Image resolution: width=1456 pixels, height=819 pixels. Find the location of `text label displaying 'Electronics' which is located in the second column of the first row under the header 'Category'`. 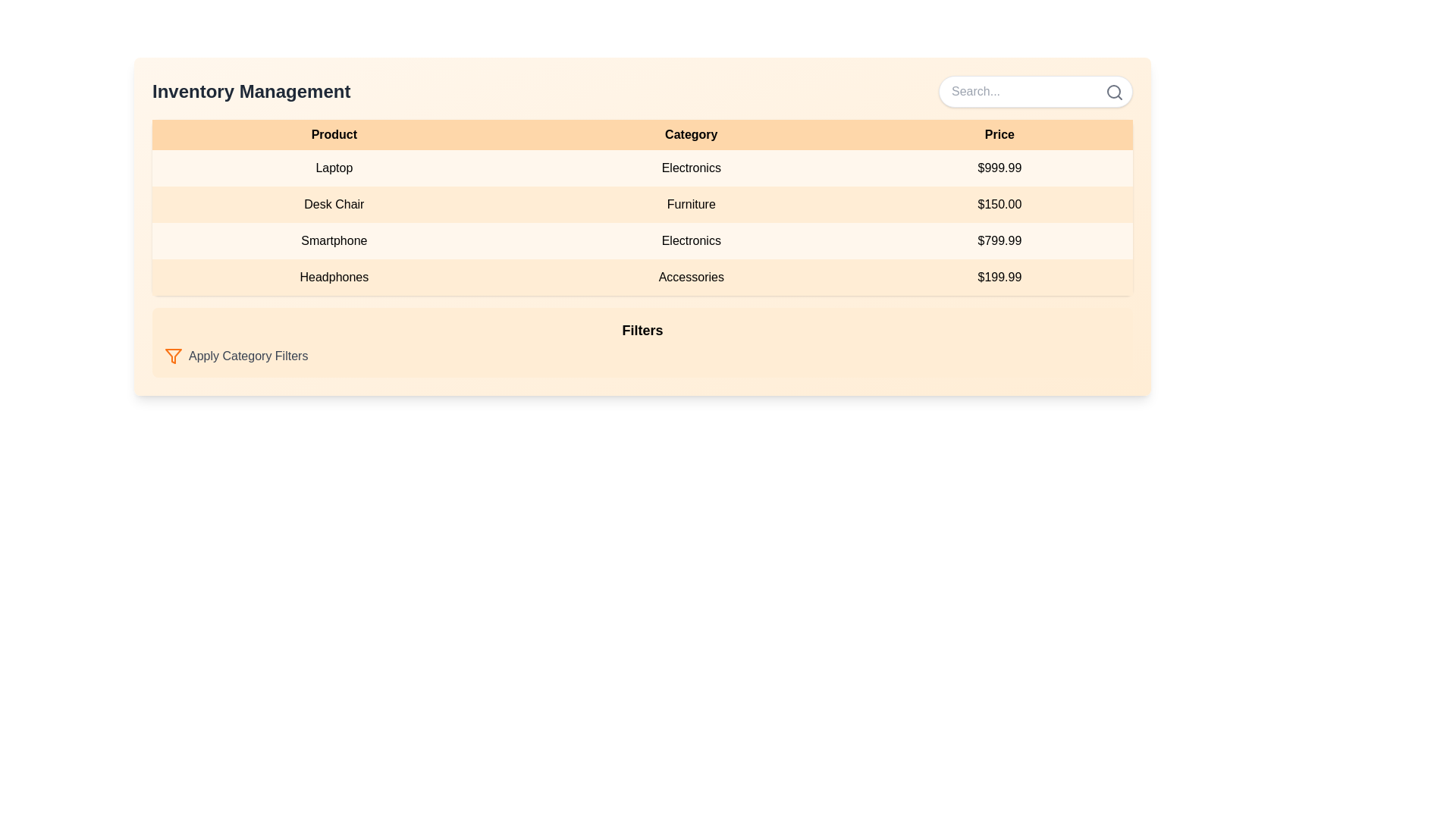

text label displaying 'Electronics' which is located in the second column of the first row under the header 'Category' is located at coordinates (690, 168).